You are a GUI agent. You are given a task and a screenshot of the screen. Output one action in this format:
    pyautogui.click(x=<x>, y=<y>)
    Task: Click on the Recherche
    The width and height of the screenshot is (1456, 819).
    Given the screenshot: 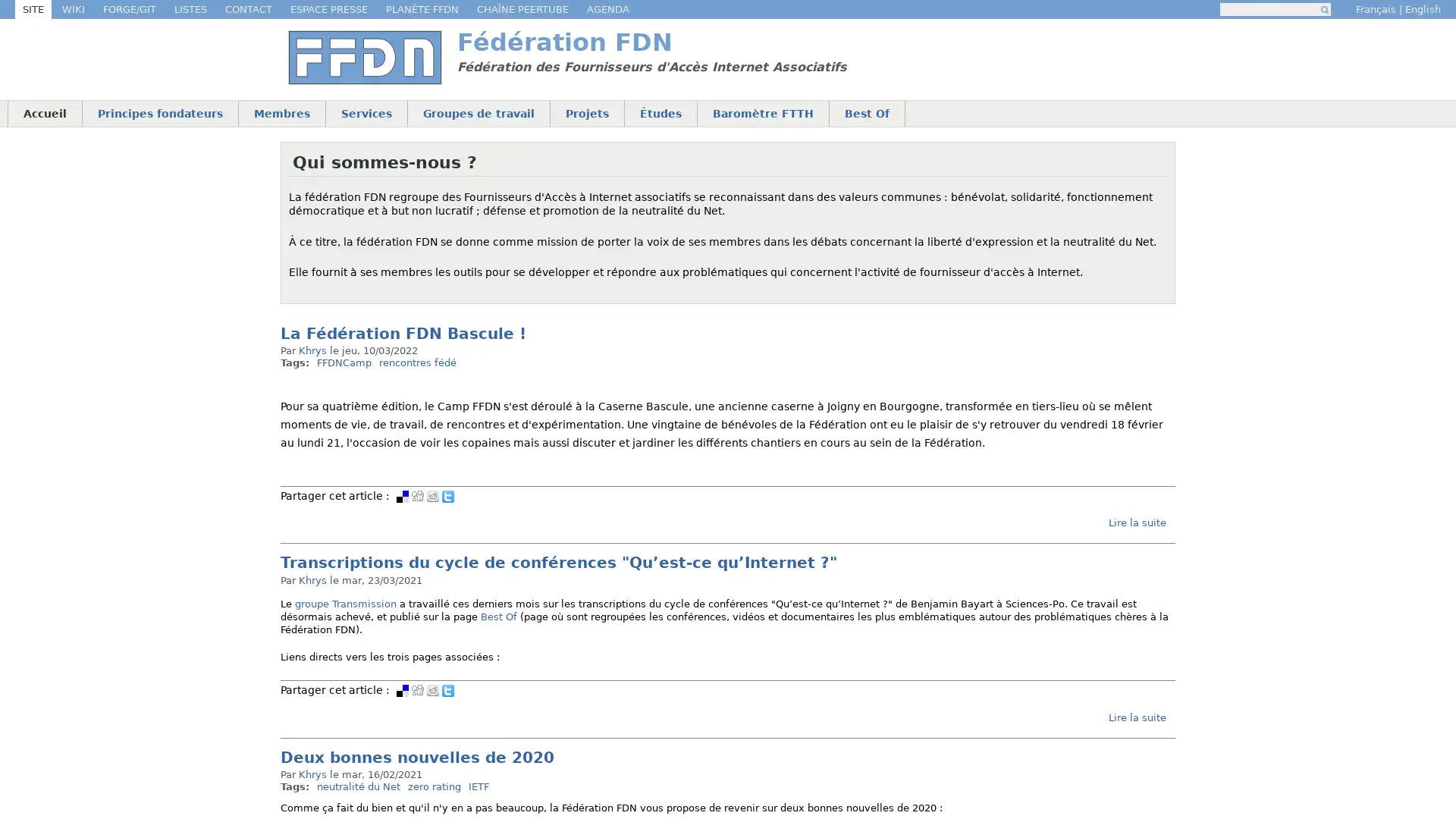 What is the action you would take?
    pyautogui.click(x=1323, y=9)
    